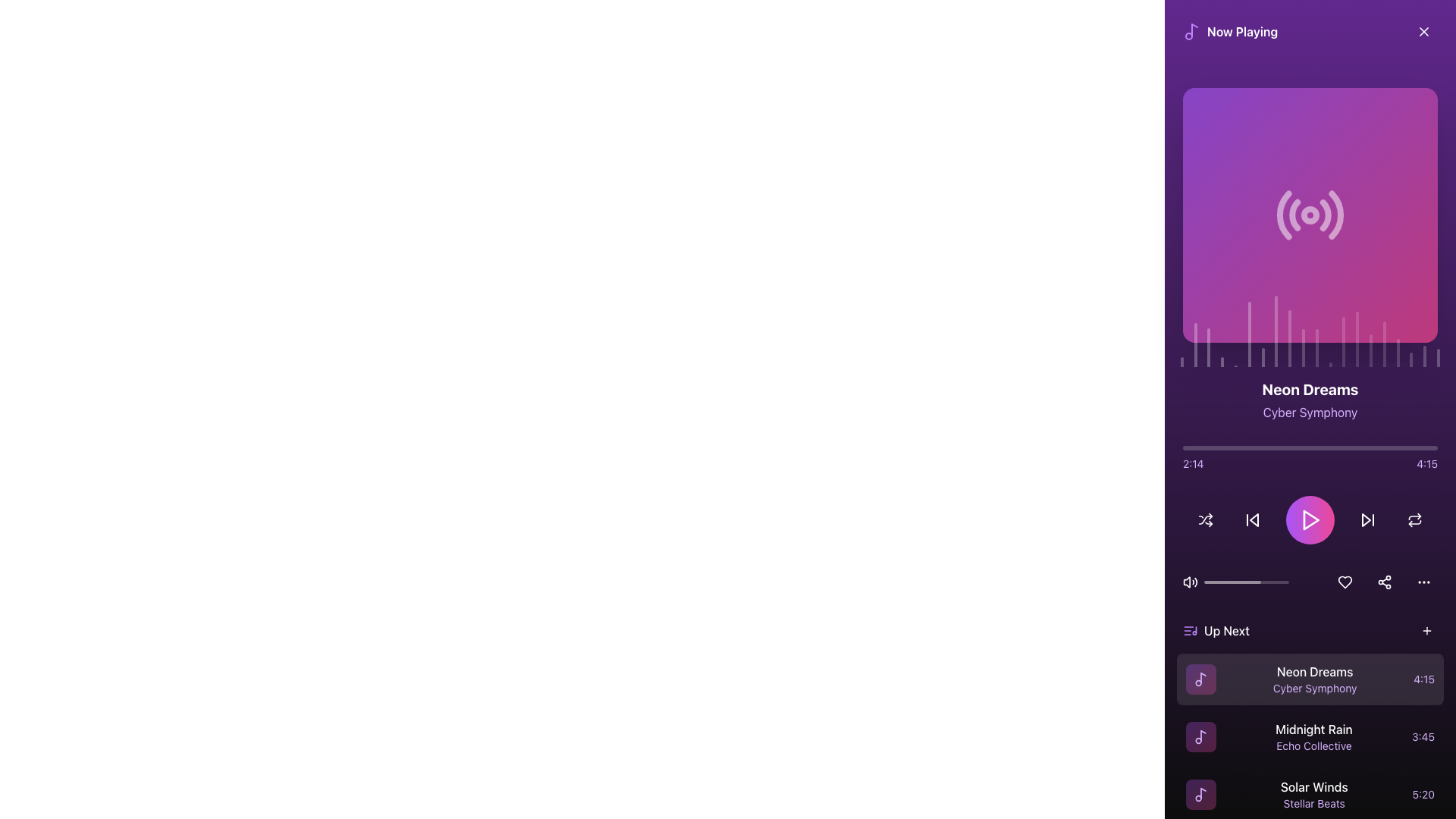 The image size is (1456, 819). I want to click on the 6th vertical bar in the bar chart component that indicates media playback feedback, such as volume levels or waveform information, so click(1249, 334).